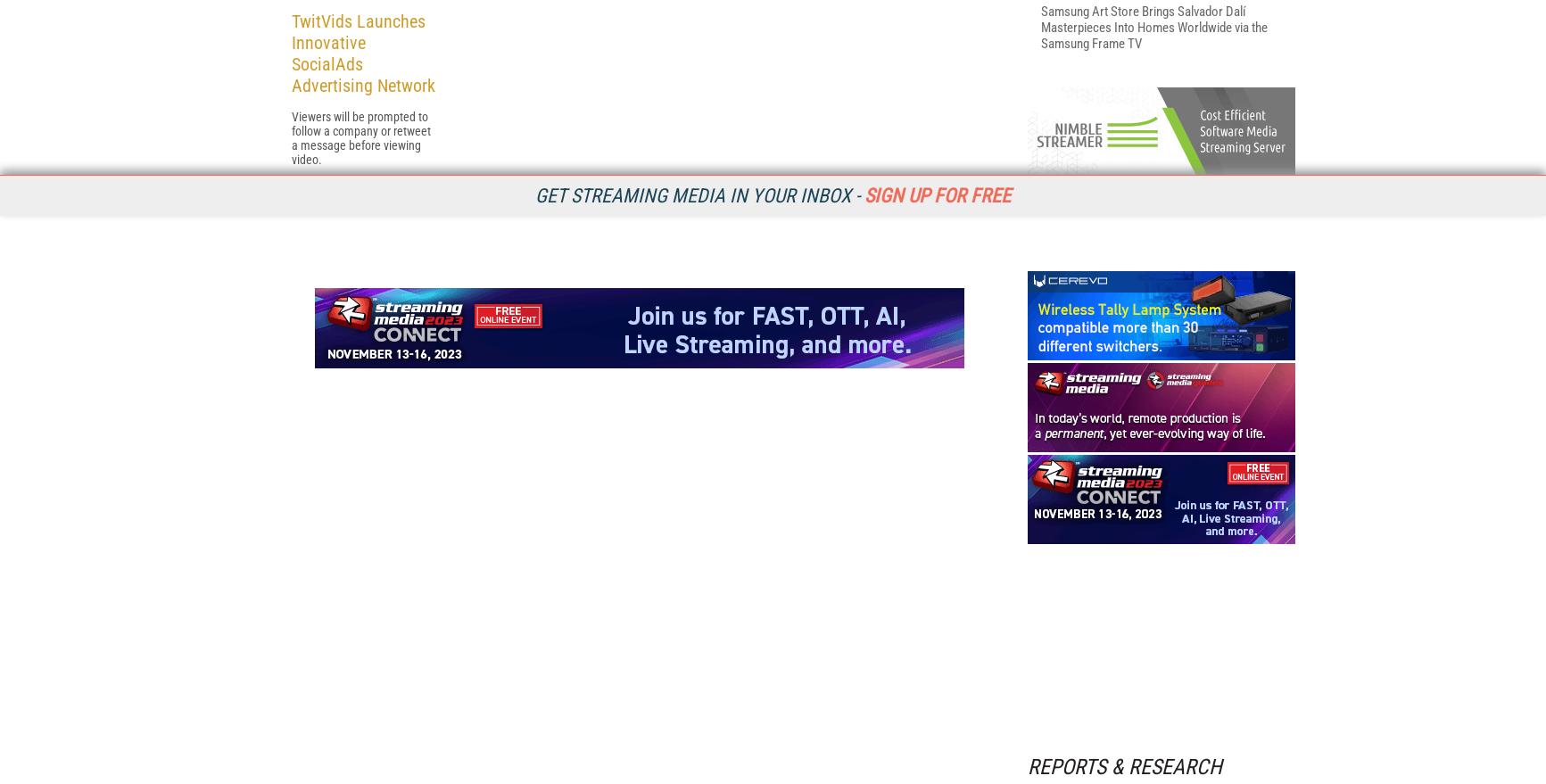  I want to click on 'Vindral: Reliable & Scalable Ultra Low Latency Video Playback', so click(1039, 179).